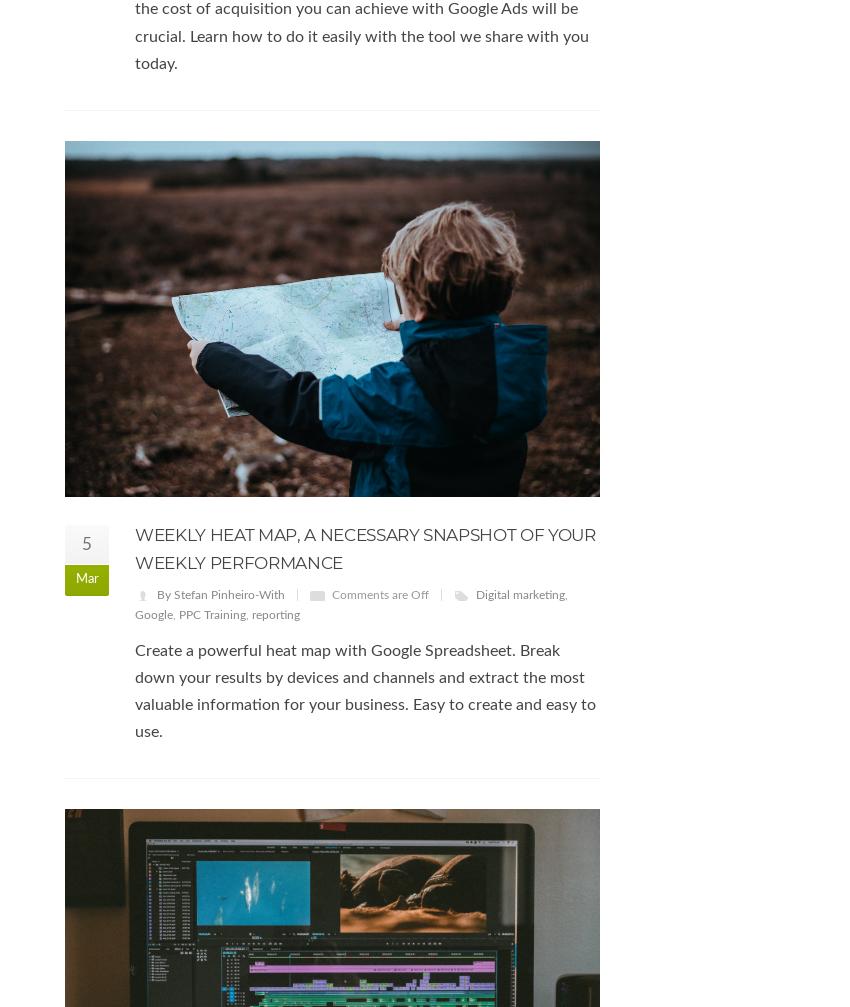 The image size is (850, 1007). Describe the element at coordinates (364, 690) in the screenshot. I see `'Create a powerful heat map with Google Spreadsheet. Break down your results by devices and channels and extract the most valuable information for your business. Easy to create and easy to use.'` at that location.